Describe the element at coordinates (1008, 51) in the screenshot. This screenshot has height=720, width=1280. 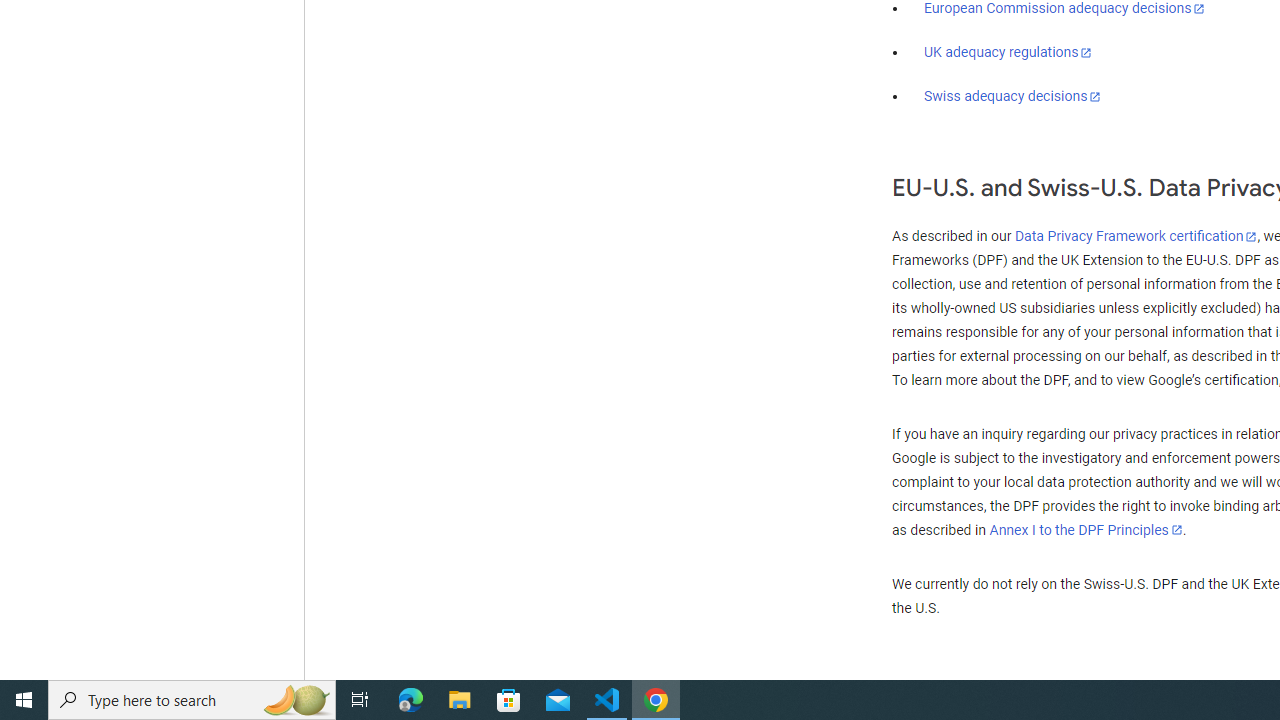
I see `'UK adequacy regulations'` at that location.